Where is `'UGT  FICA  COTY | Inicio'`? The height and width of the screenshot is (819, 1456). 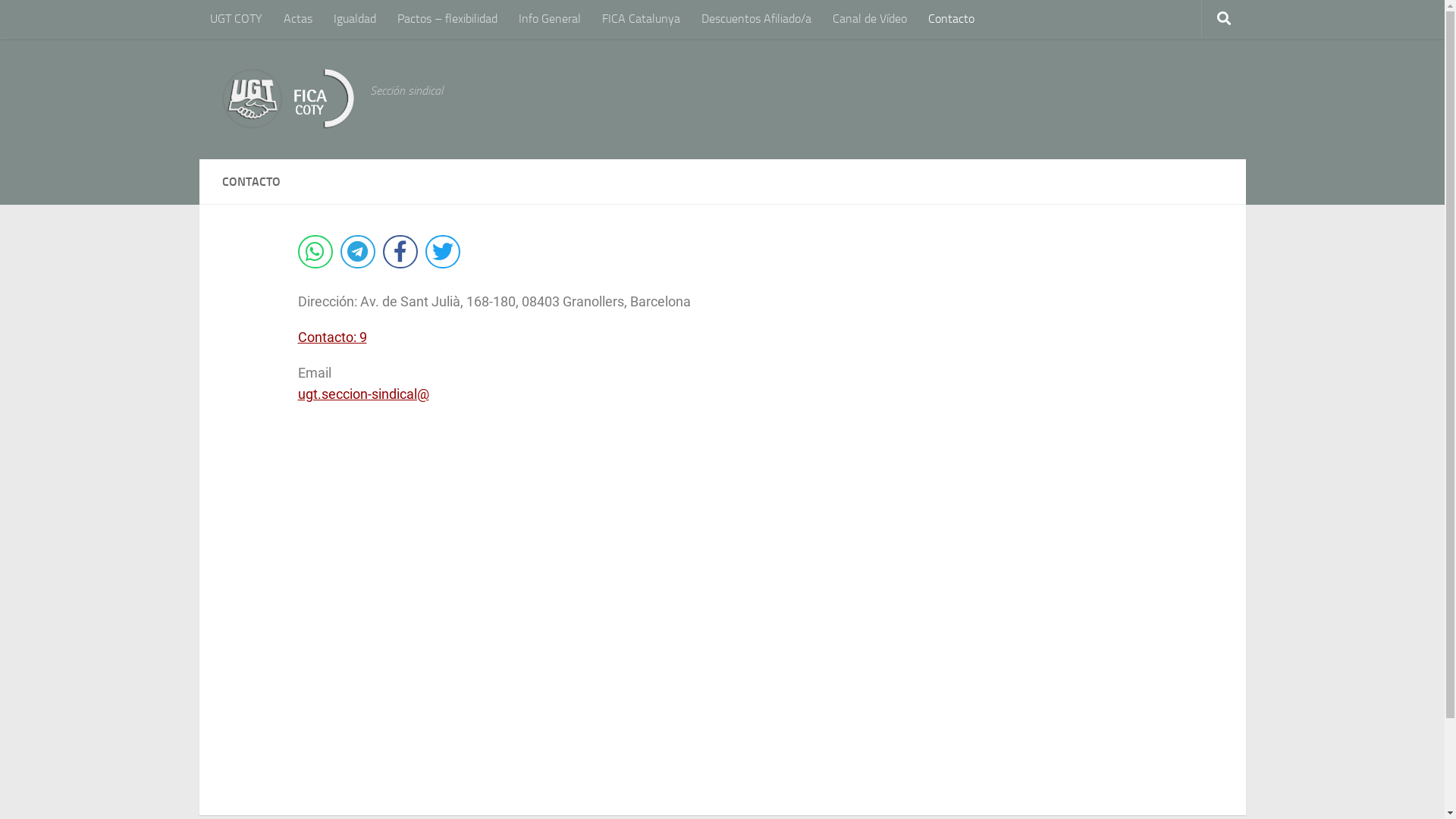 'UGT  FICA  COTY | Inicio' is located at coordinates (287, 99).